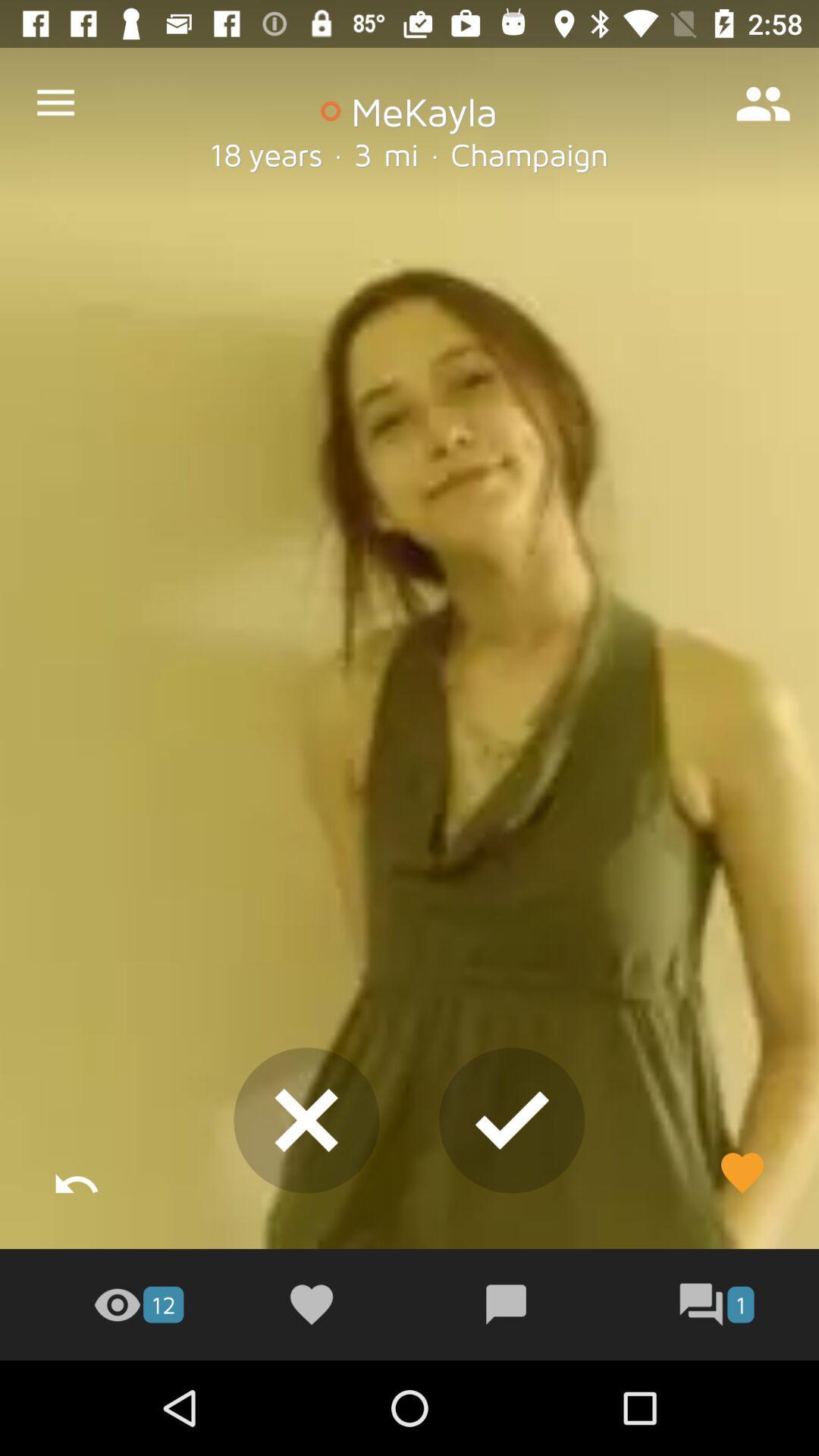 This screenshot has width=819, height=1456. Describe the element at coordinates (306, 1120) in the screenshot. I see `the close icon` at that location.